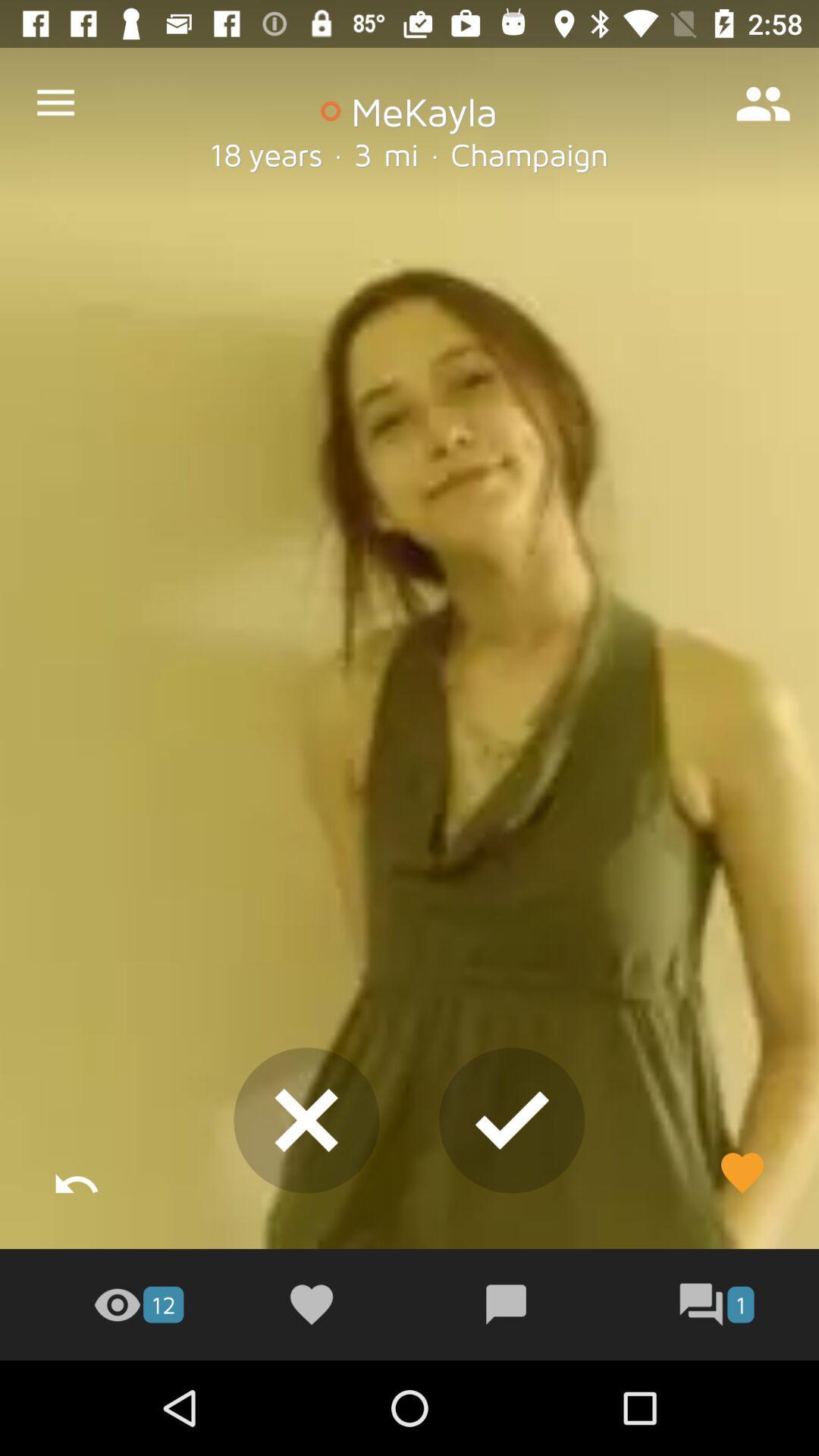 This screenshot has width=819, height=1456. Describe the element at coordinates (306, 1120) in the screenshot. I see `the close icon` at that location.